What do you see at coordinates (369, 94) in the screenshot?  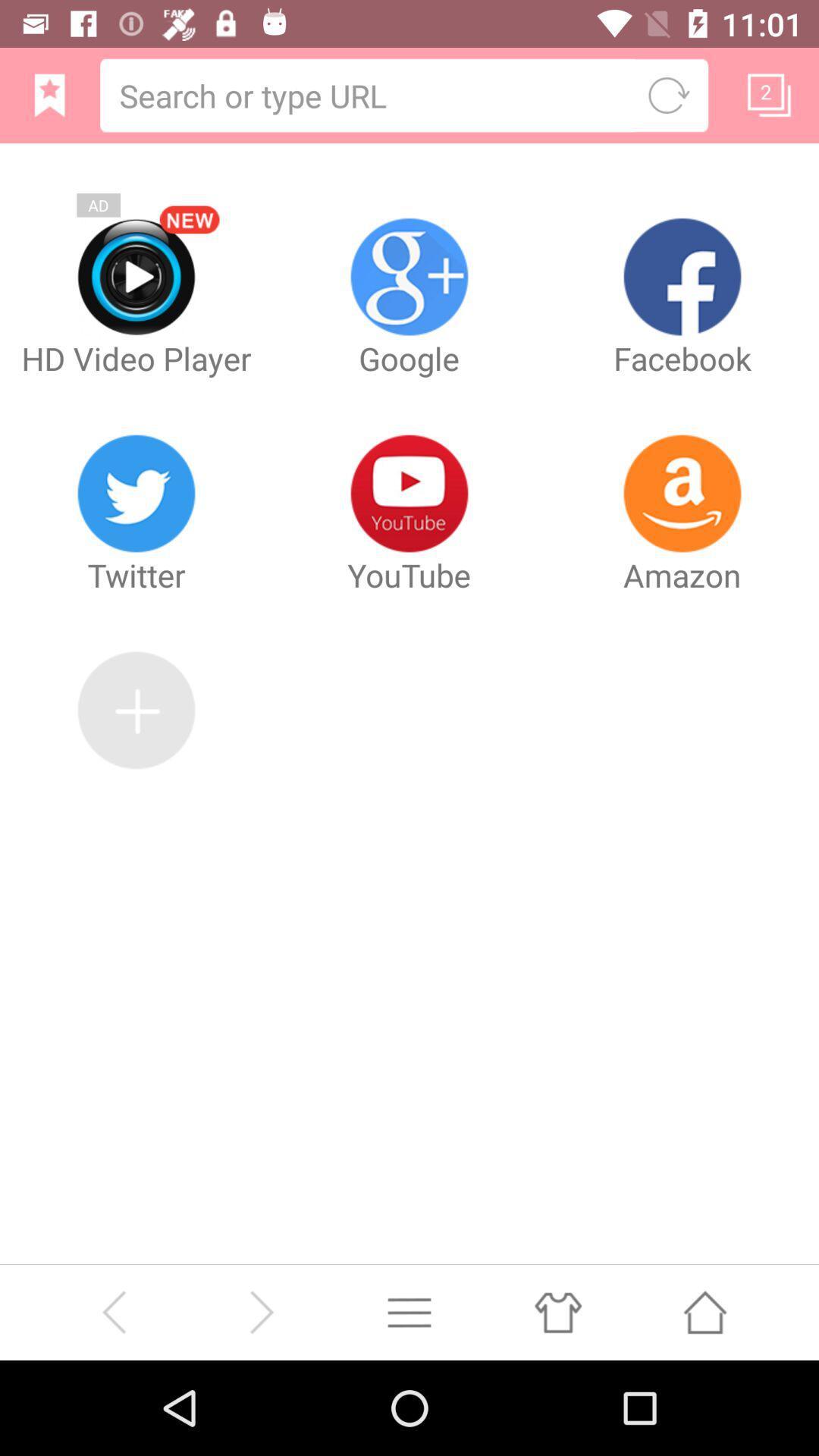 I see `search` at bounding box center [369, 94].